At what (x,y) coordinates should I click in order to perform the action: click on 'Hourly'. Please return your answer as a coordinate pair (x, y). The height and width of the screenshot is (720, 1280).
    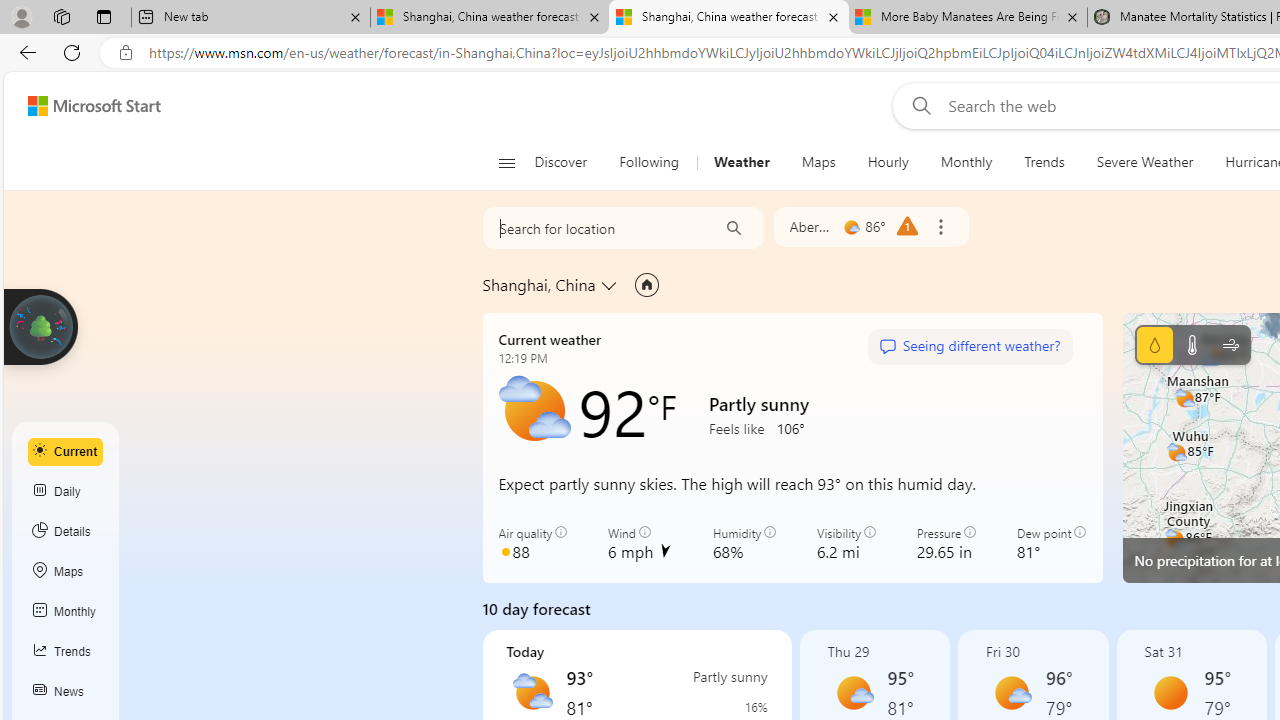
    Looking at the image, I should click on (887, 162).